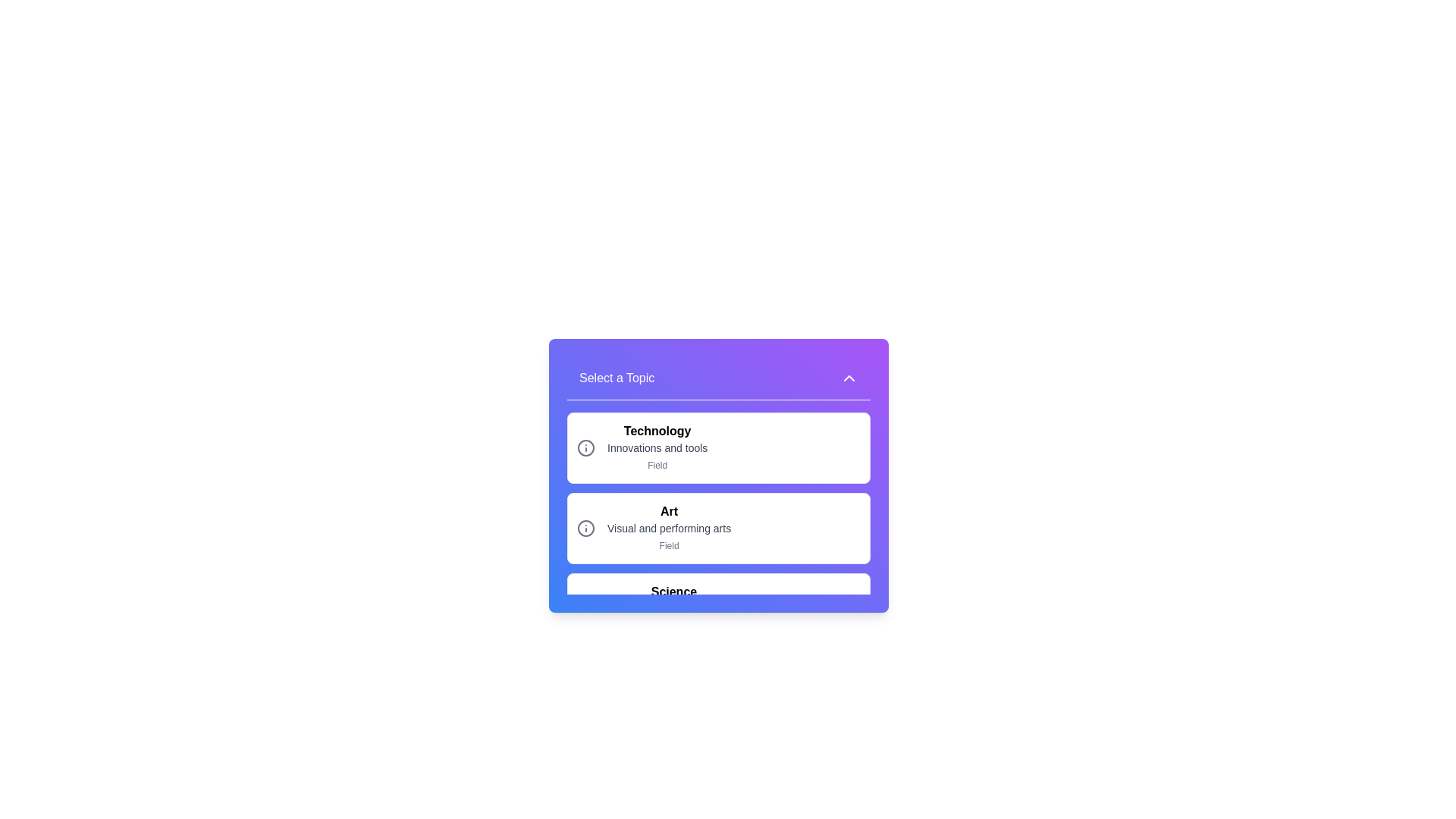  Describe the element at coordinates (718, 503) in the screenshot. I see `the selectable list item for the topic 'Art', which is the second item in the 'Select a Topic' list` at that location.